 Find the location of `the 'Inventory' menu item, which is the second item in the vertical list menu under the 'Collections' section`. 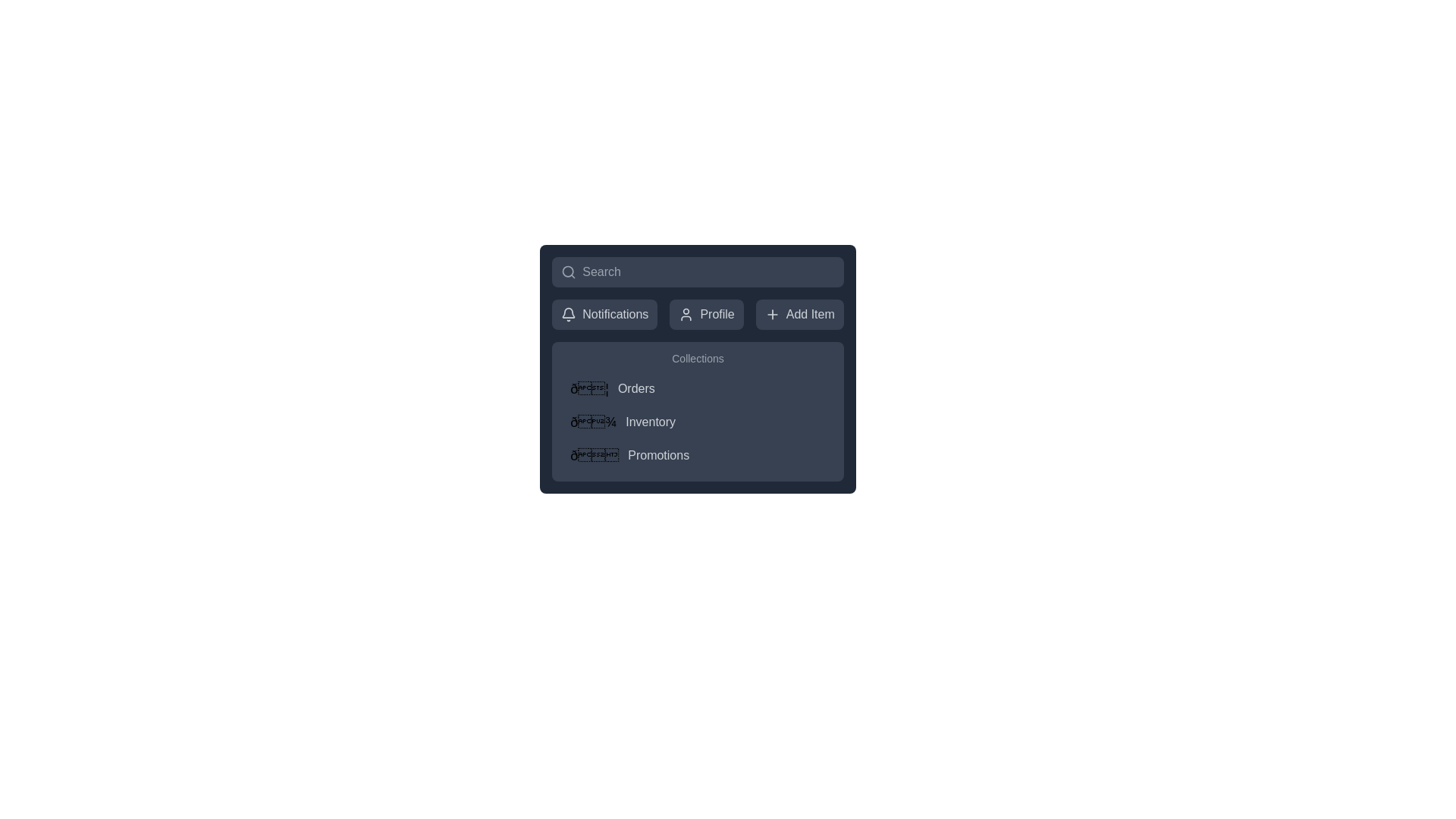

the 'Inventory' menu item, which is the second item in the vertical list menu under the 'Collections' section is located at coordinates (697, 422).